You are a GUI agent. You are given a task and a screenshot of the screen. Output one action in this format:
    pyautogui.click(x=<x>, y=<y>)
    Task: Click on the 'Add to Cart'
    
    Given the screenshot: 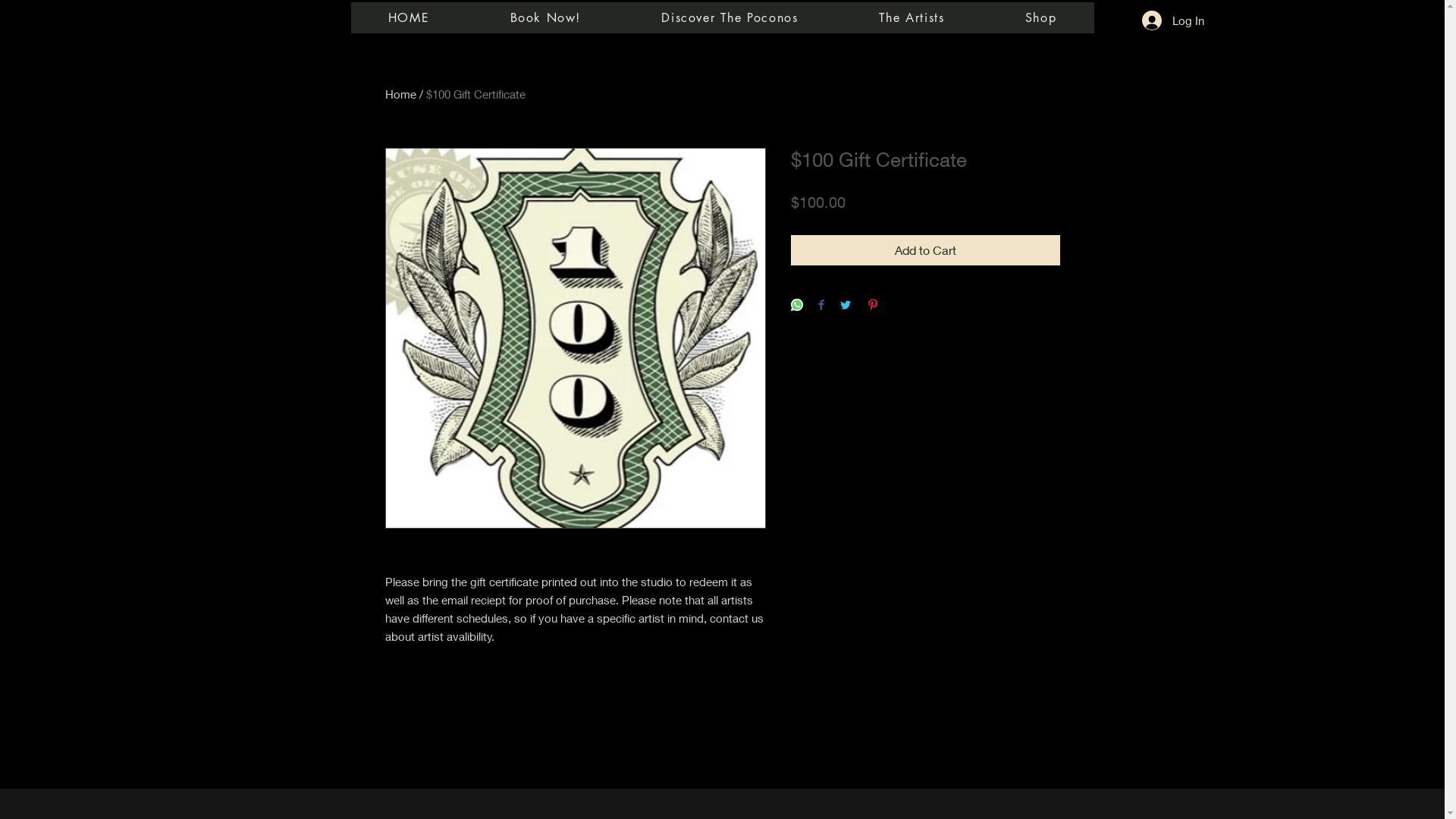 What is the action you would take?
    pyautogui.click(x=924, y=249)
    